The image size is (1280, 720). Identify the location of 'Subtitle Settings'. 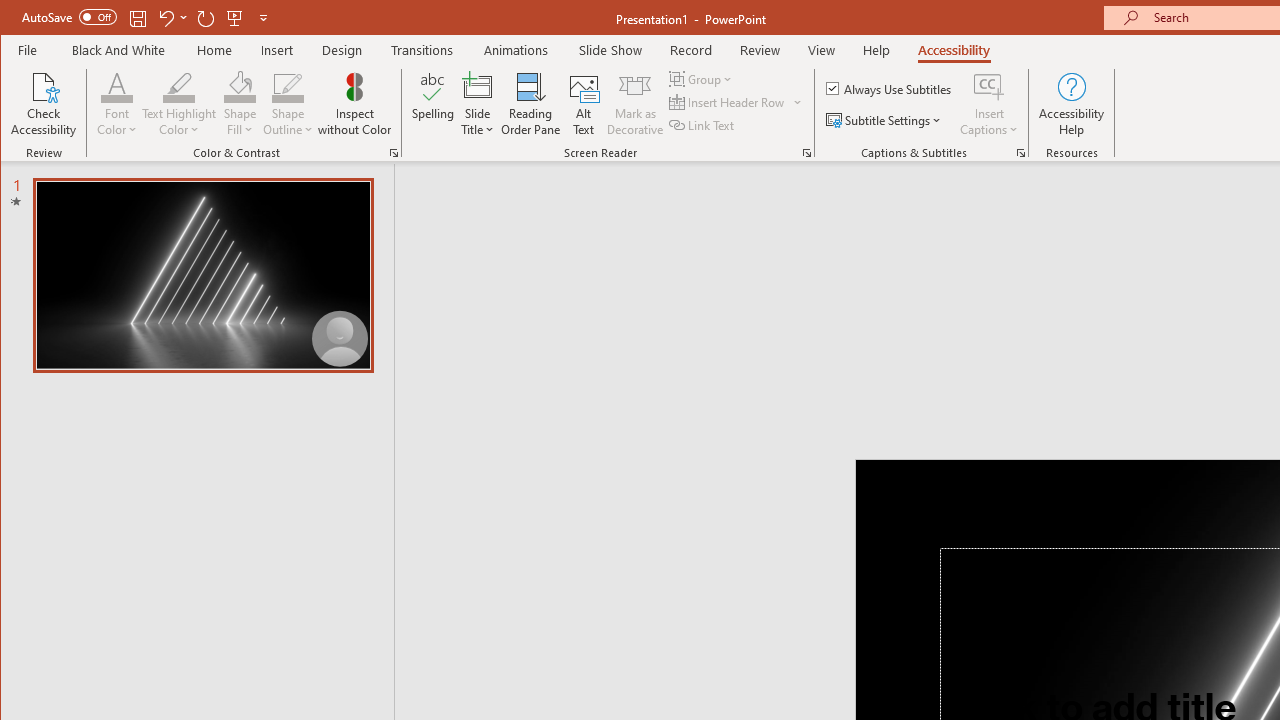
(884, 120).